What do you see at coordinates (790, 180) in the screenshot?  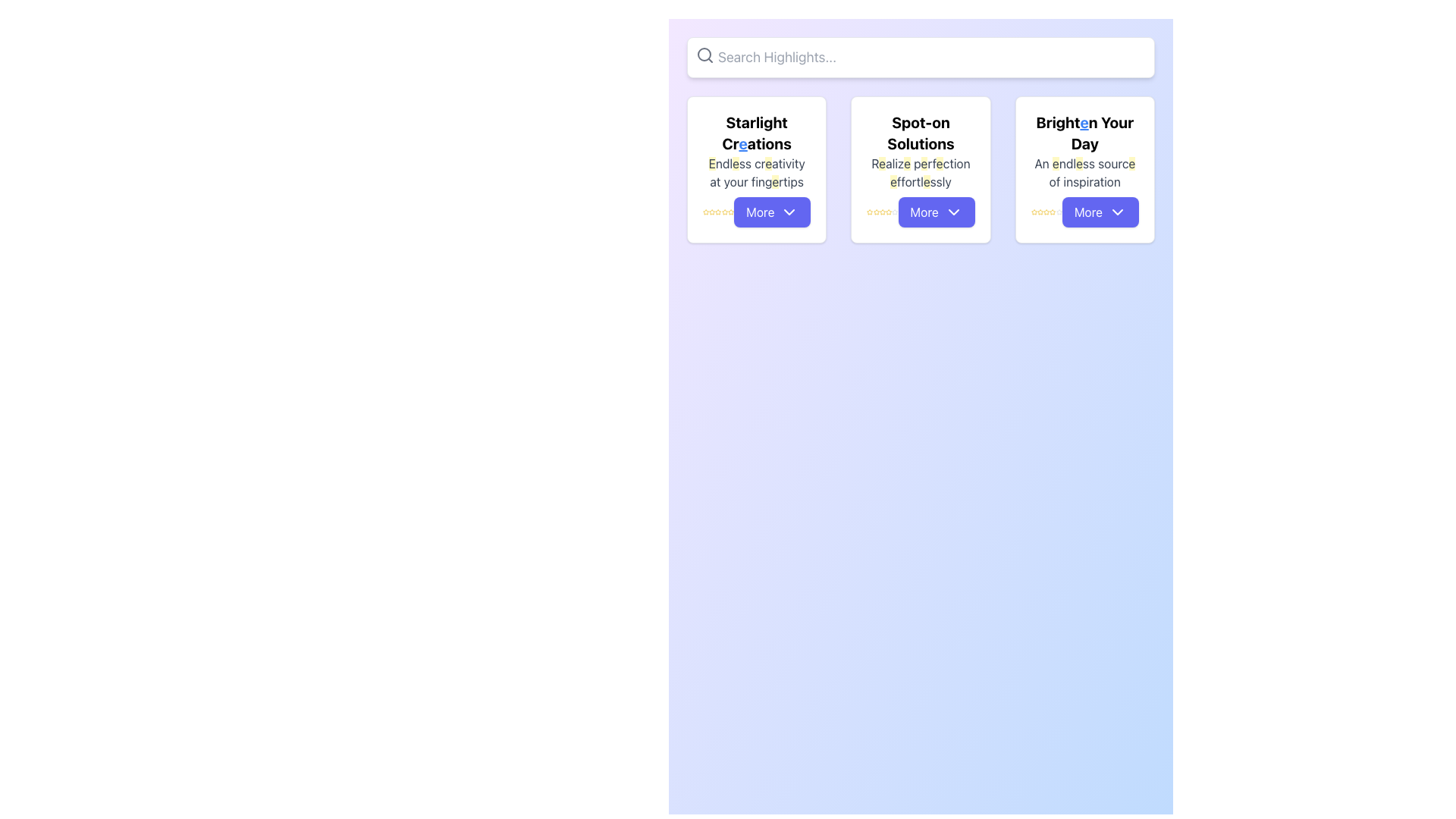 I see `the text element displaying 'fingertips' in the description of the card titled 'Starlight Creations', located towards the bottom left of the card` at bounding box center [790, 180].